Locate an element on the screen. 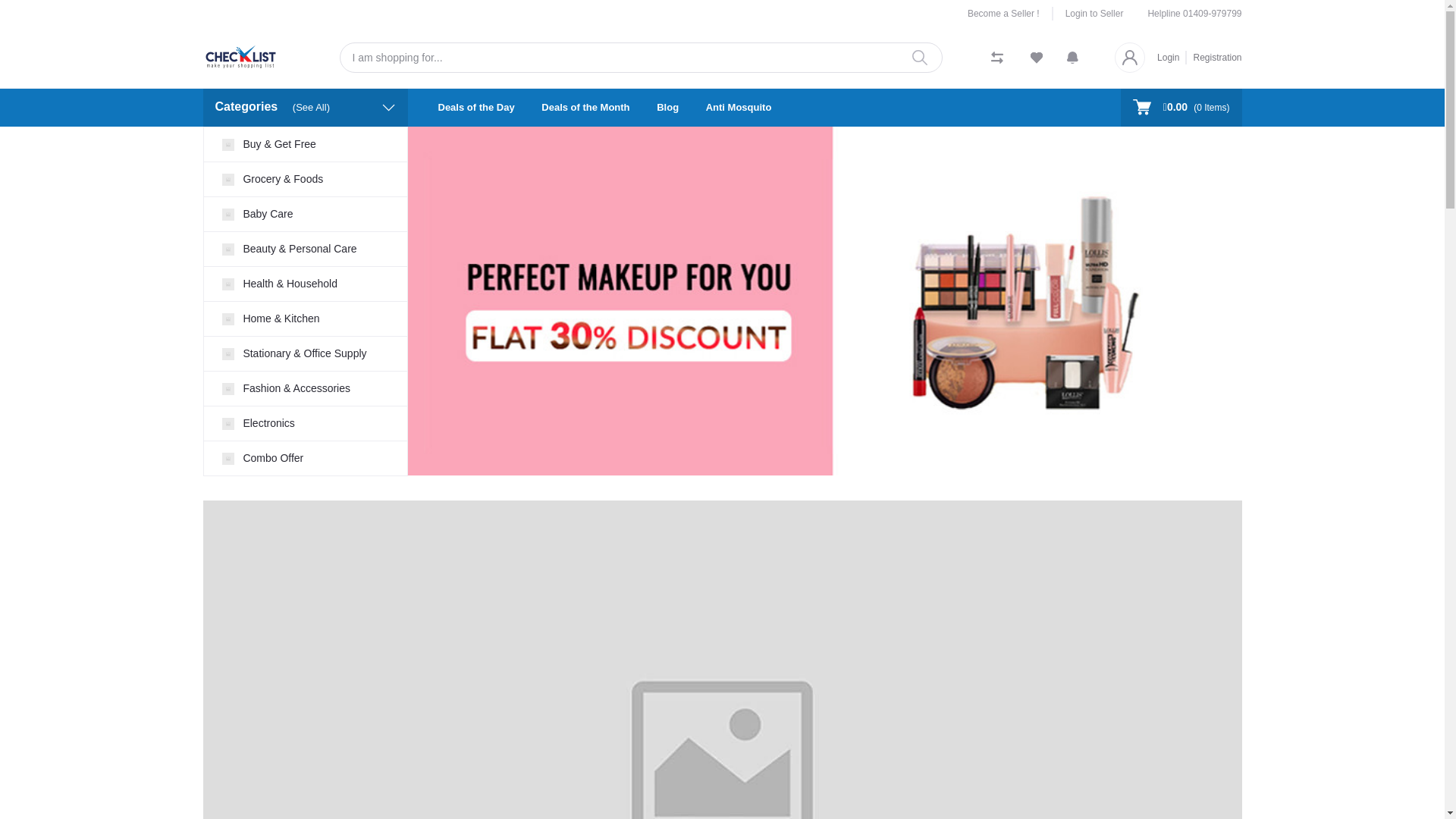  'Blog' is located at coordinates (667, 107).